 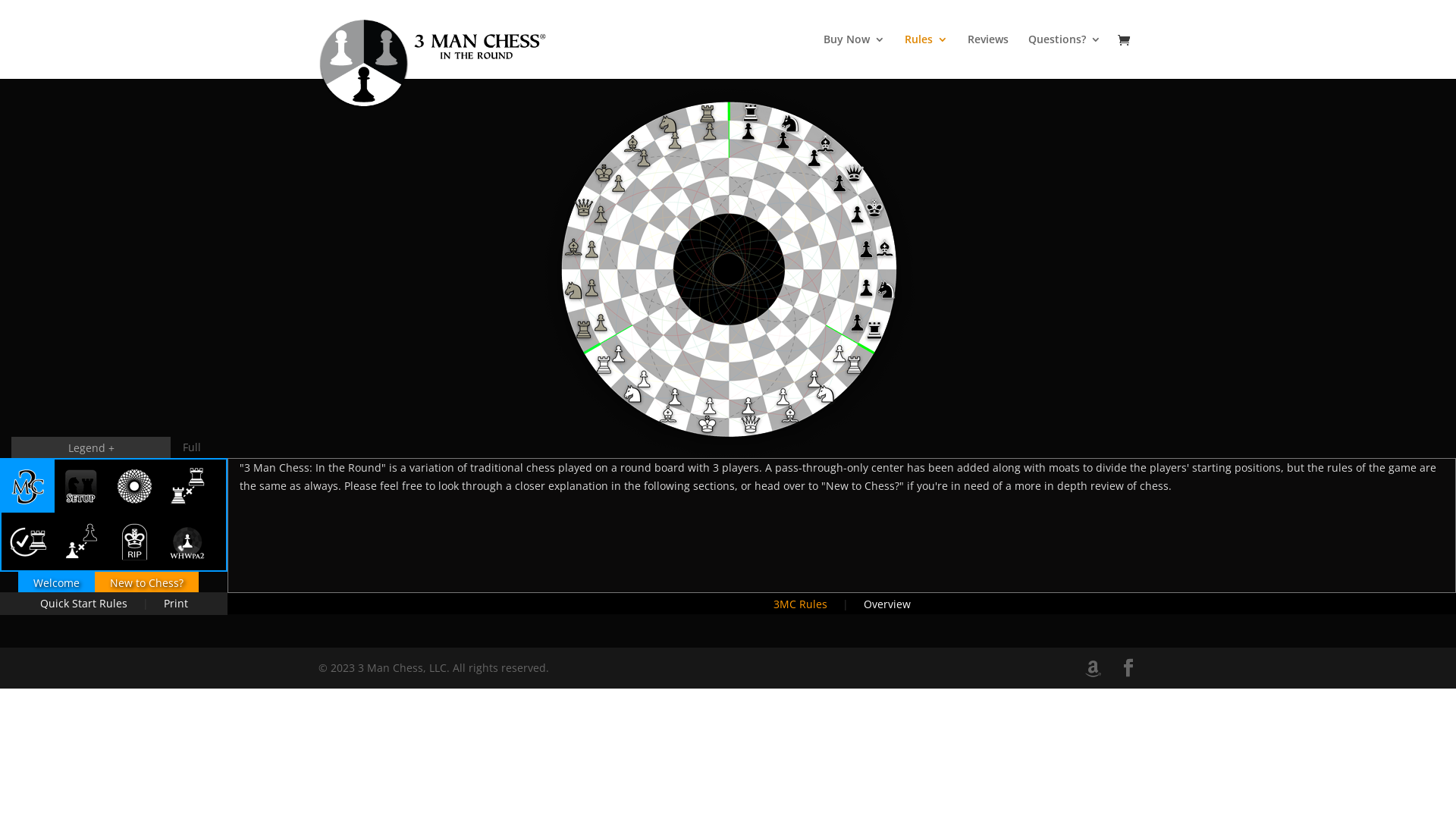 What do you see at coordinates (134, 485) in the screenshot?
I see `'The Center'` at bounding box center [134, 485].